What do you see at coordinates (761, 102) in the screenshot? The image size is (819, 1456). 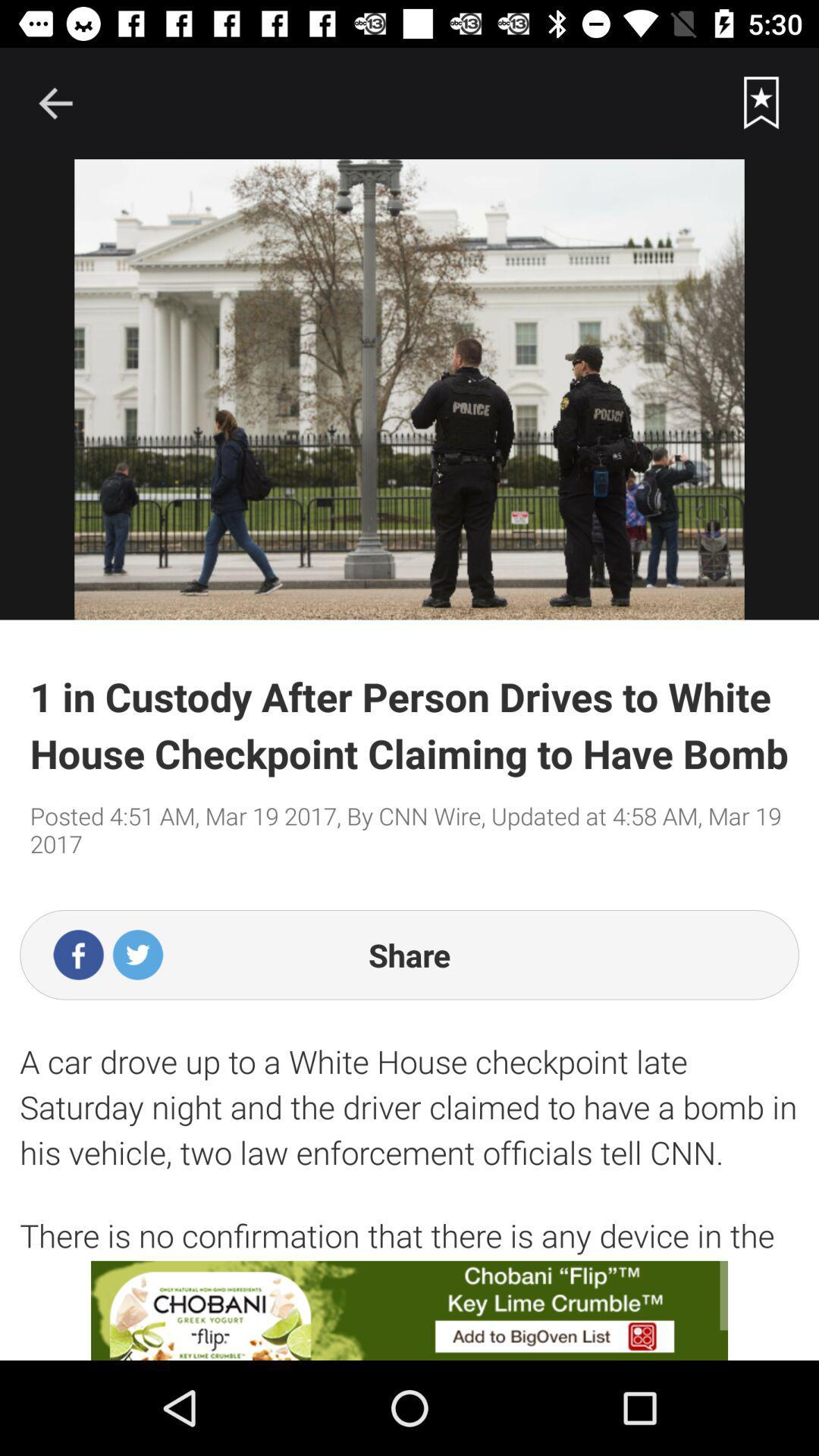 I see `the current story` at bounding box center [761, 102].